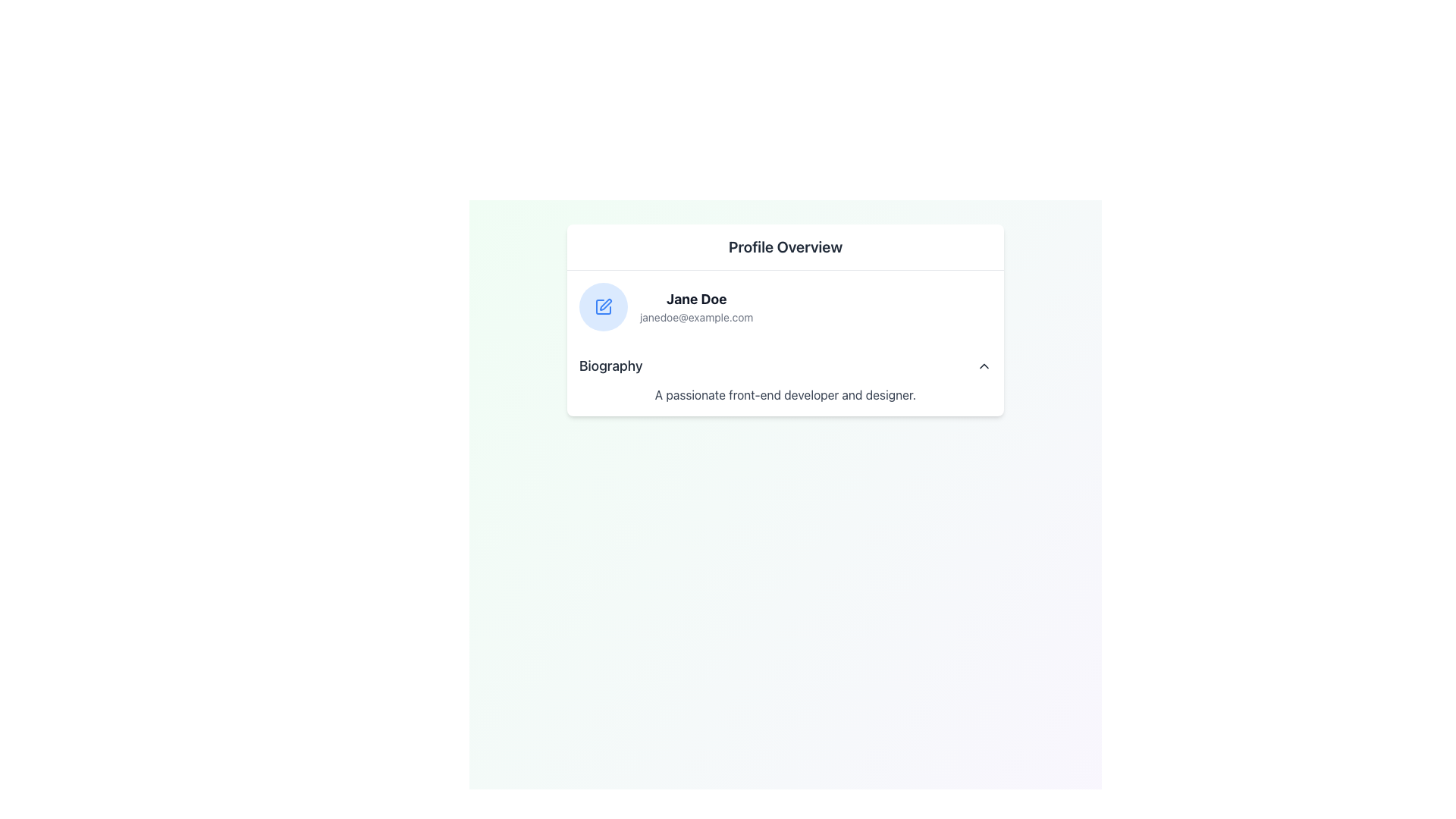 The image size is (1456, 819). What do you see at coordinates (695, 307) in the screenshot?
I see `information displayed in the Text Display showing the user name 'Jane Doe' and email 'janedoe@example.com' located on the right-hand side of the profile overview card` at bounding box center [695, 307].